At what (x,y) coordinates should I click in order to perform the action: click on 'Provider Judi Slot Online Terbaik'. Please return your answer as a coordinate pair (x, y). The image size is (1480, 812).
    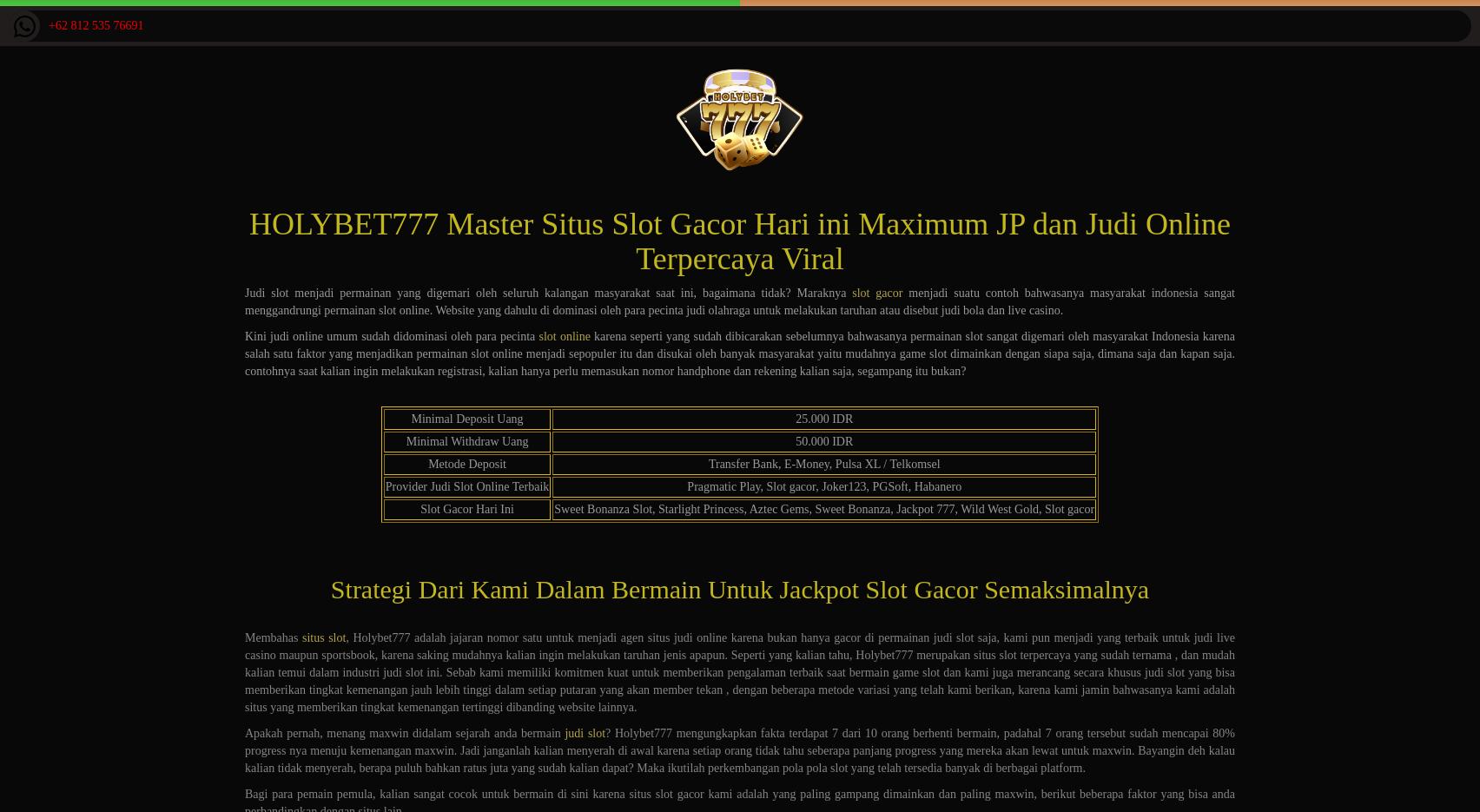
    Looking at the image, I should click on (385, 486).